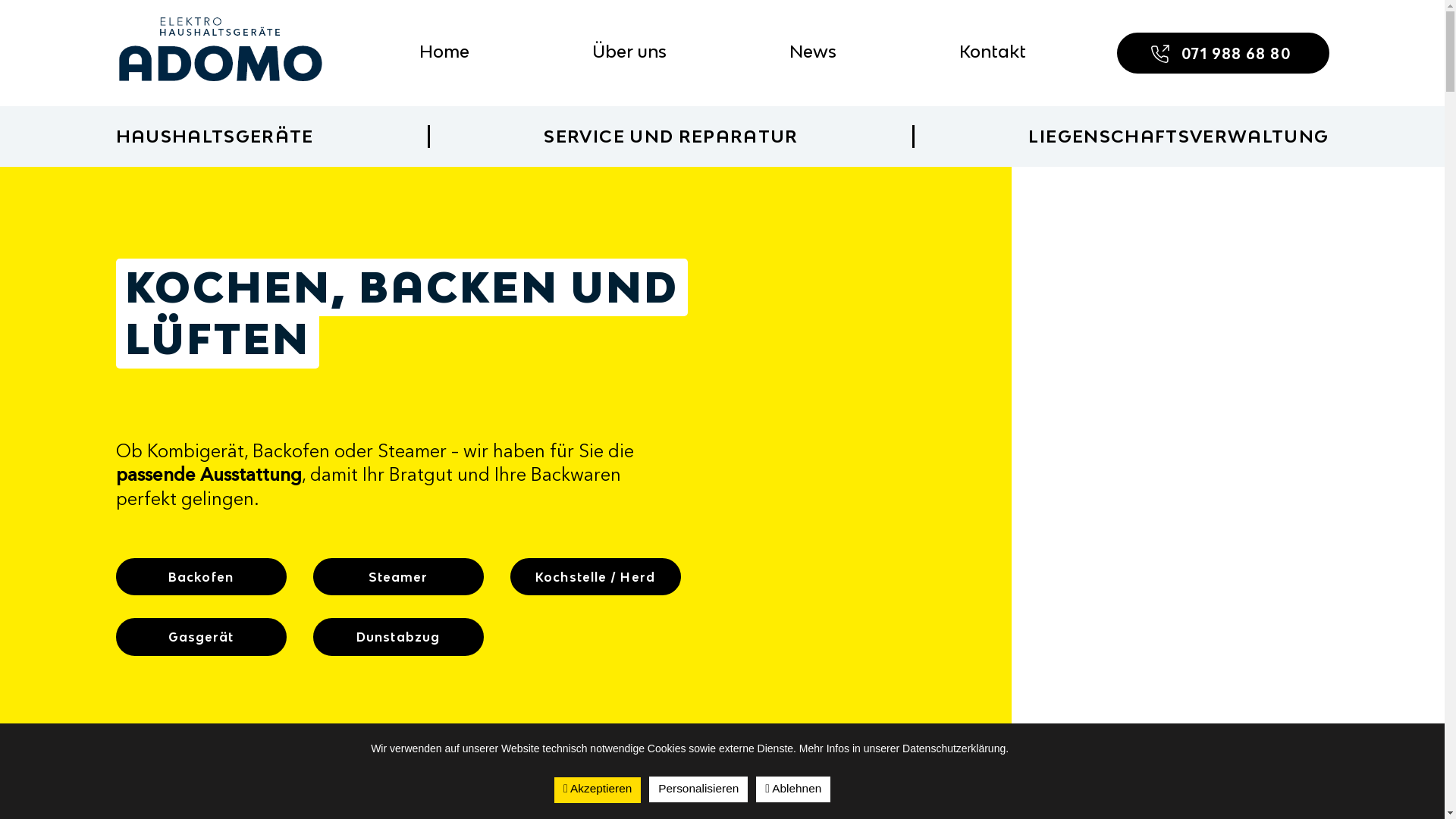  What do you see at coordinates (670, 136) in the screenshot?
I see `'SERVICE UND REPARATUR'` at bounding box center [670, 136].